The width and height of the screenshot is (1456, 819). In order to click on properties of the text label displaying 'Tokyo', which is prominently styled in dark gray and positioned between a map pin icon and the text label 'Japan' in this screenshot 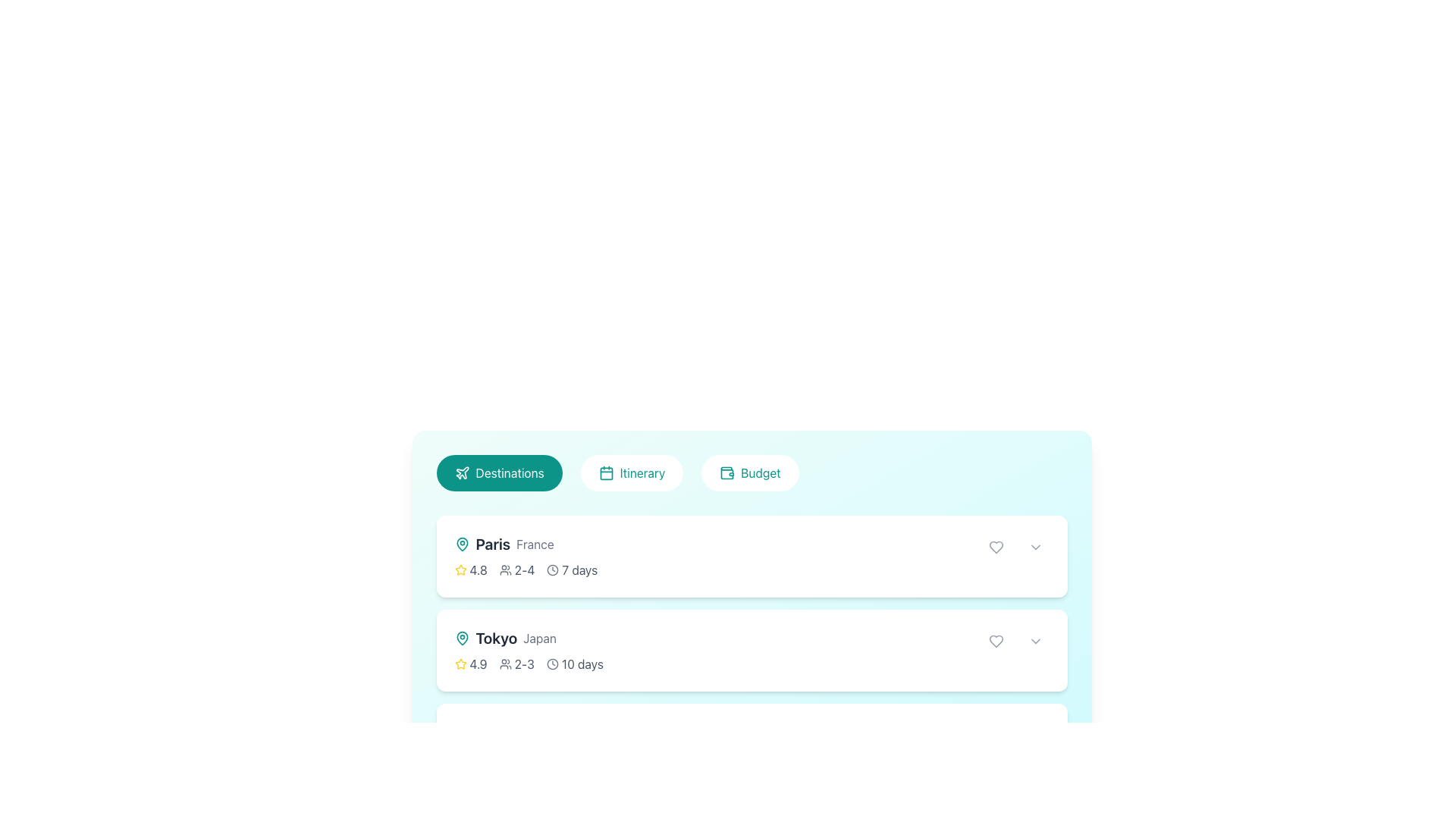, I will do `click(496, 638)`.